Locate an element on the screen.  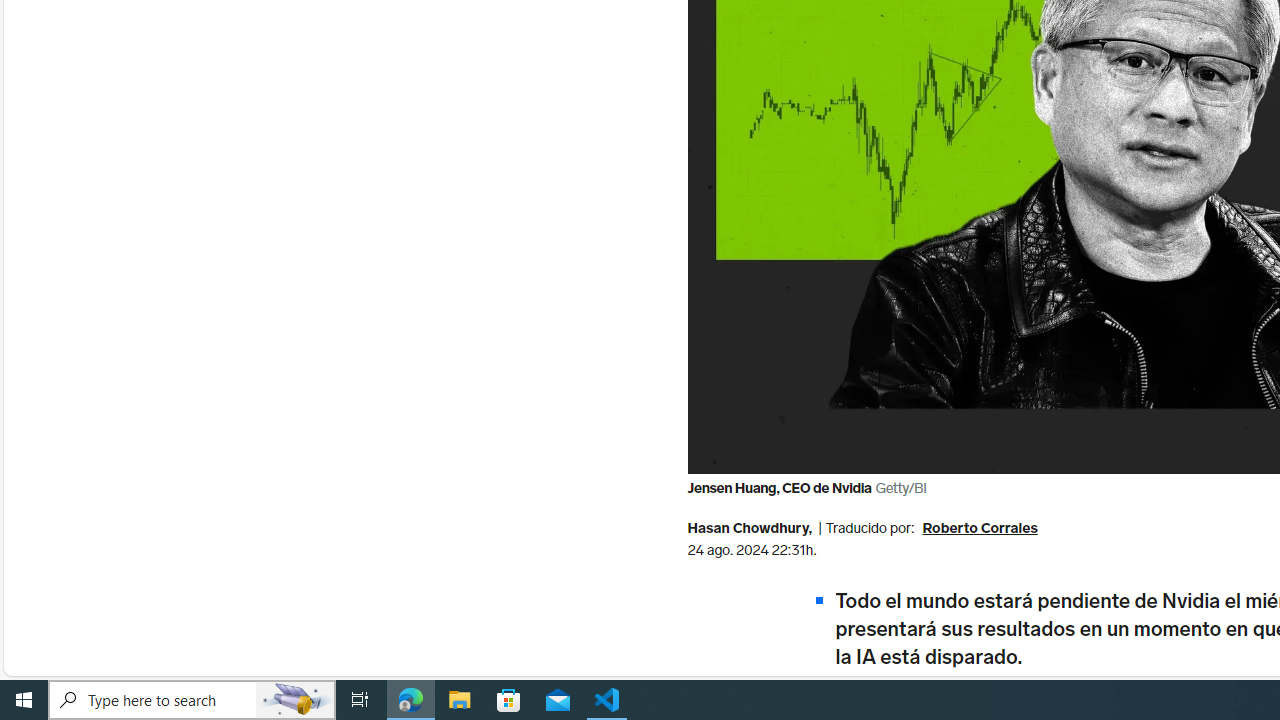
'Roberto Corrales' is located at coordinates (979, 529).